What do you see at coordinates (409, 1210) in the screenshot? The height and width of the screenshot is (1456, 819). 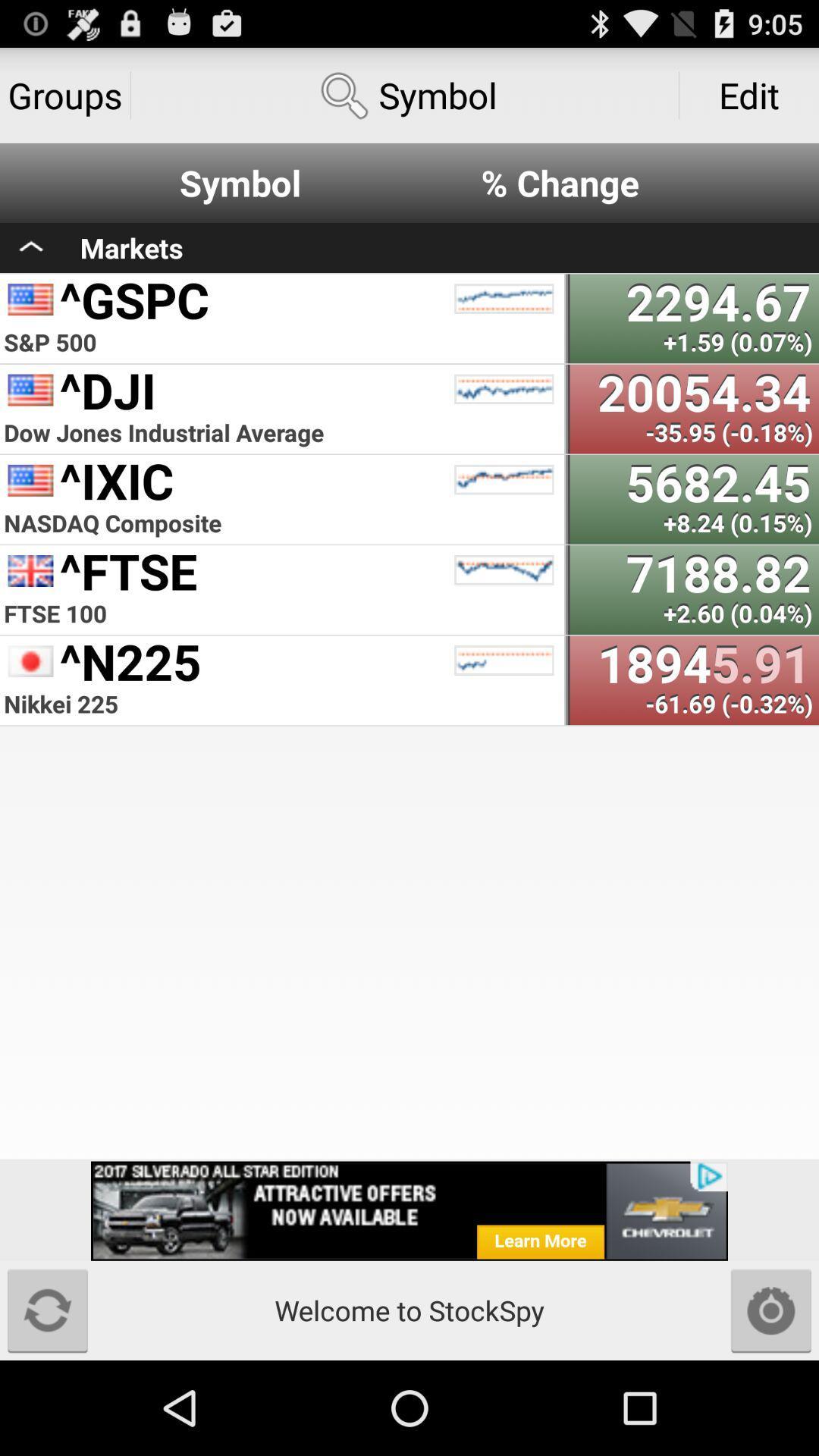 I see `advertisement` at bounding box center [409, 1210].